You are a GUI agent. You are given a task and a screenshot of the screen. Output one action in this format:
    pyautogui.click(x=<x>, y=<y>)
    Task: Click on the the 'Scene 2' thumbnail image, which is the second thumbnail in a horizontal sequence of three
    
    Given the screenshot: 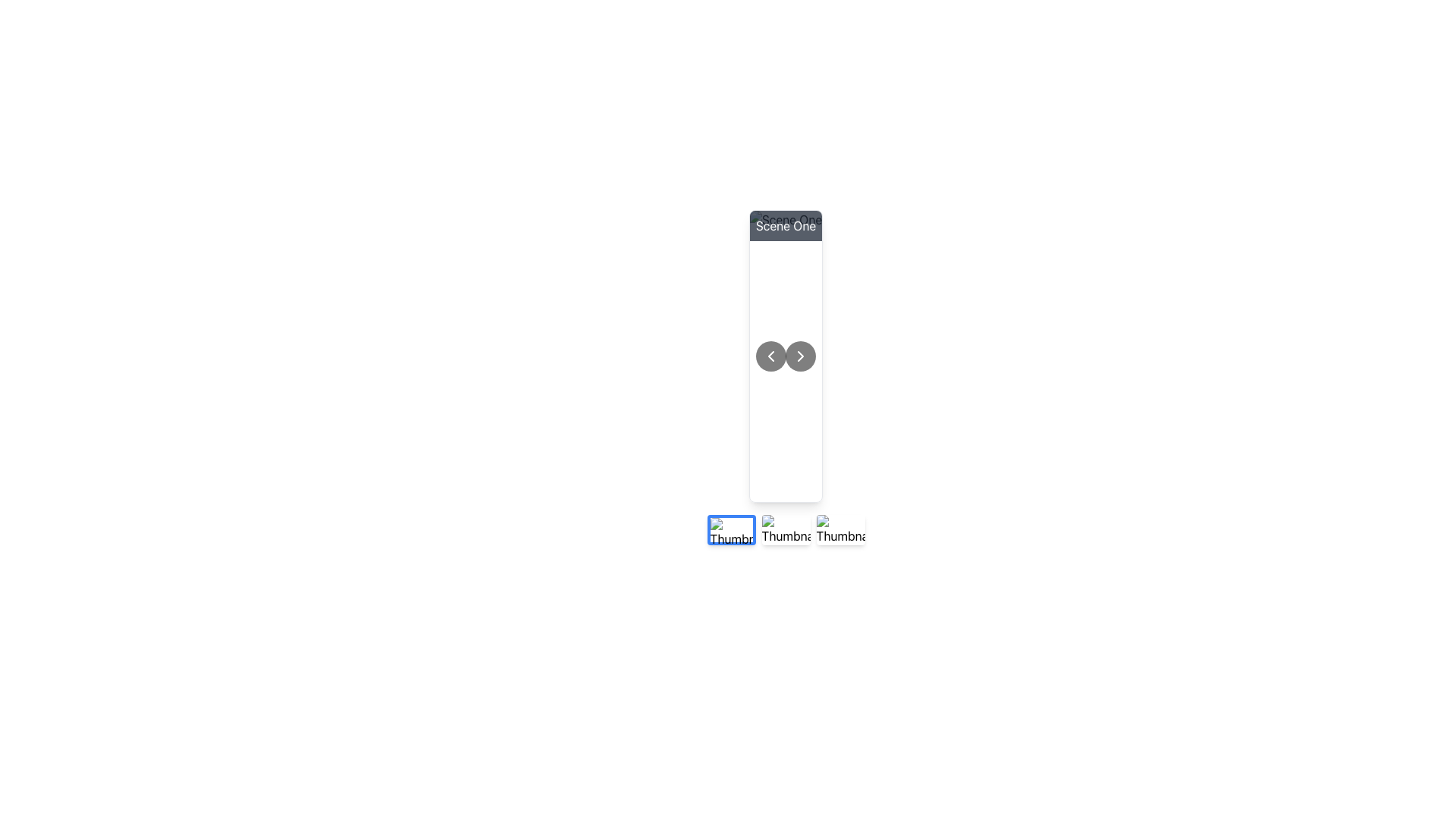 What is the action you would take?
    pyautogui.click(x=786, y=529)
    